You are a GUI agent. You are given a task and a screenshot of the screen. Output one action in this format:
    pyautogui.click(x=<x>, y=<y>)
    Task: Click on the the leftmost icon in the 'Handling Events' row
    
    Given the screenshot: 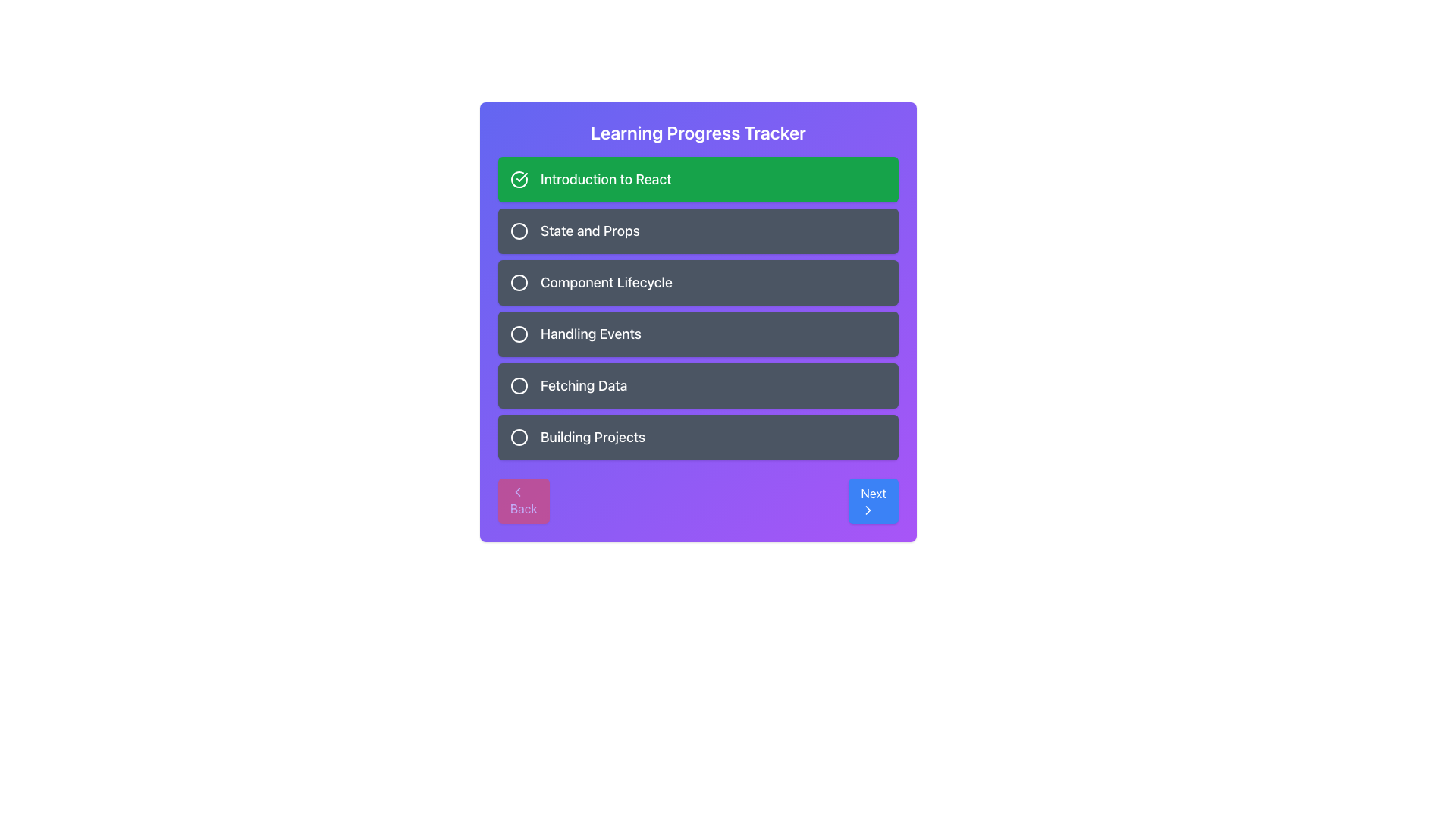 What is the action you would take?
    pyautogui.click(x=519, y=333)
    